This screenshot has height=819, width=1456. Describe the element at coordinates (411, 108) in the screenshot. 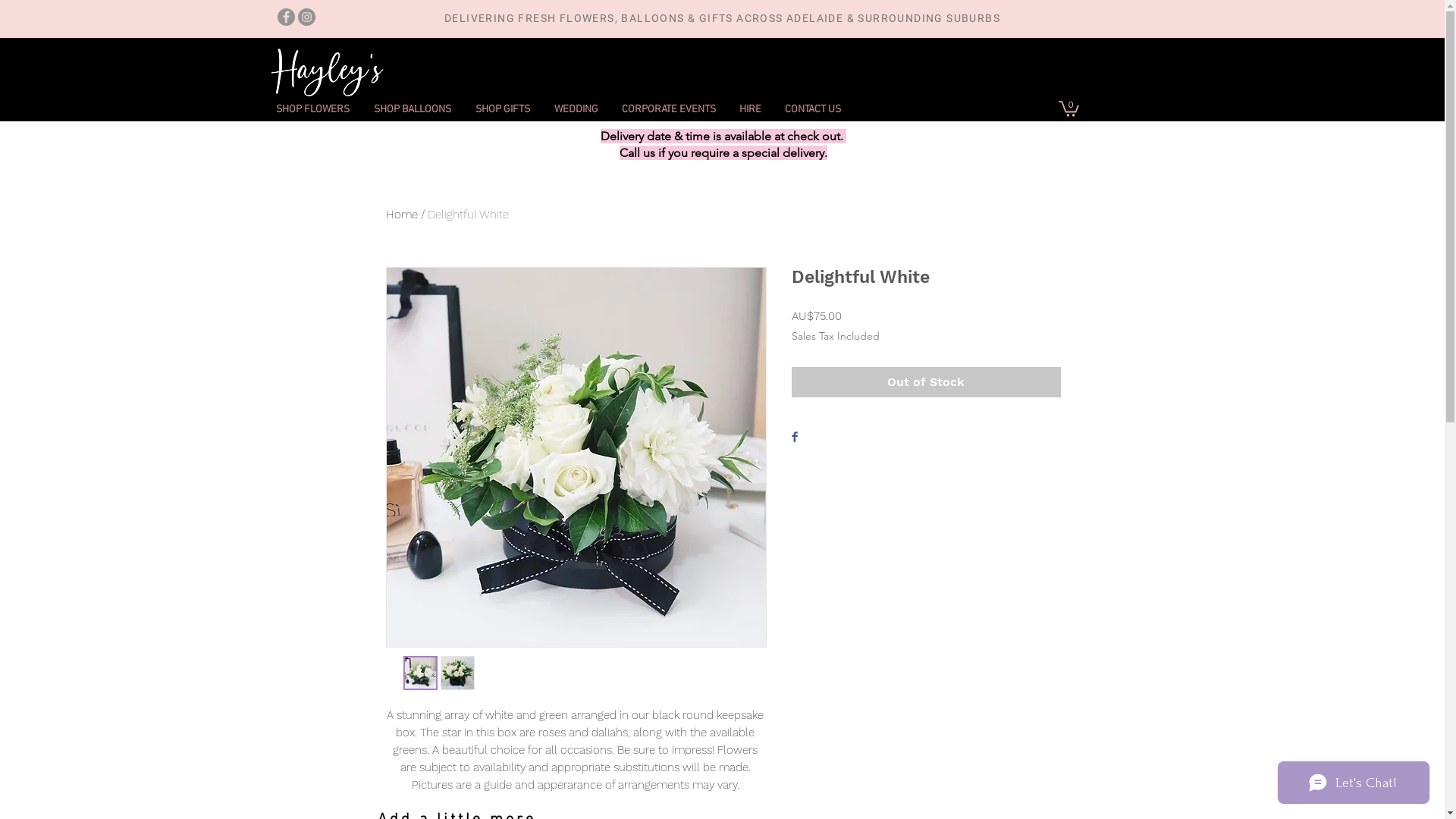

I see `'SHOP BALLOONS'` at that location.